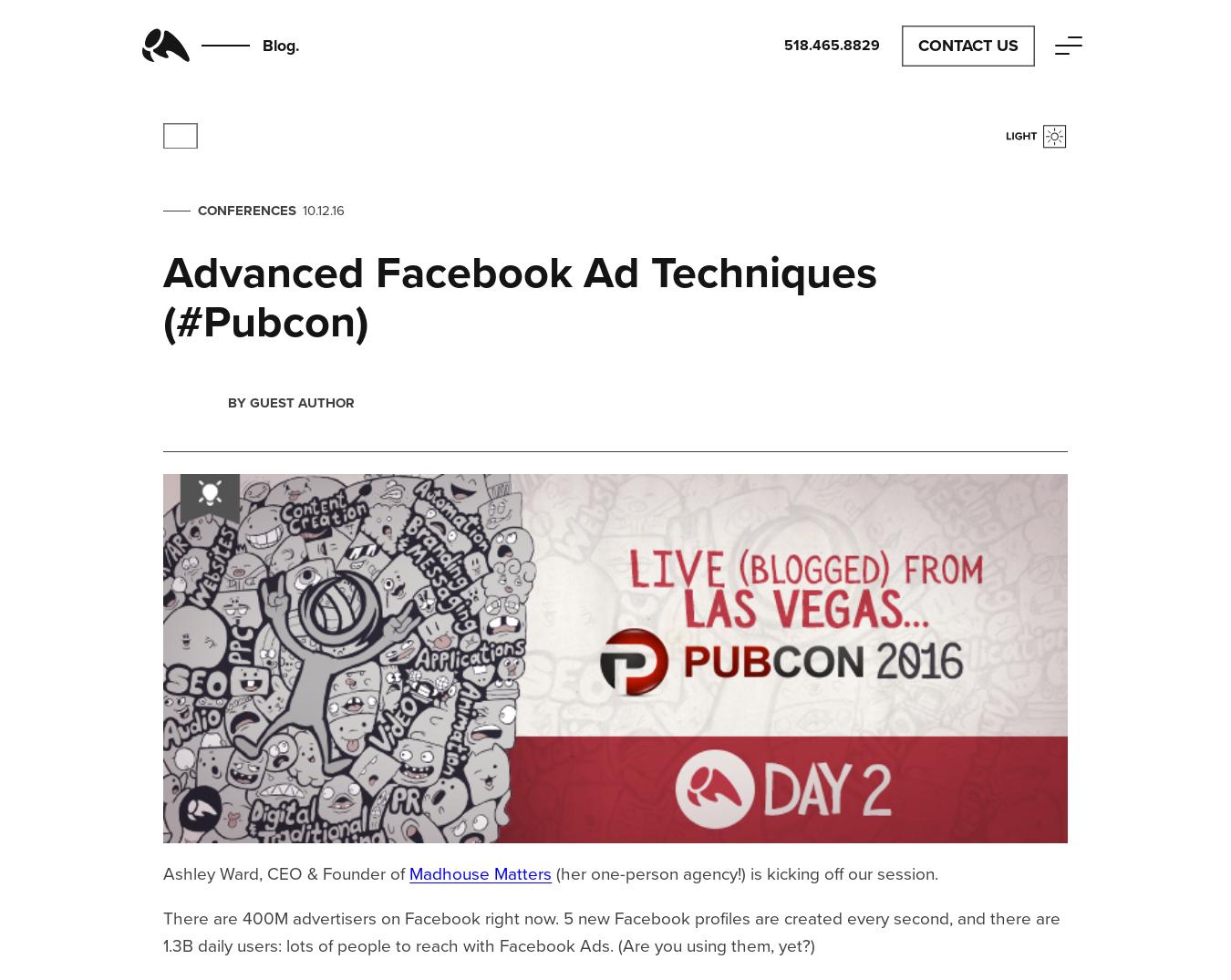  I want to click on 'Contact Us', so click(916, 44).